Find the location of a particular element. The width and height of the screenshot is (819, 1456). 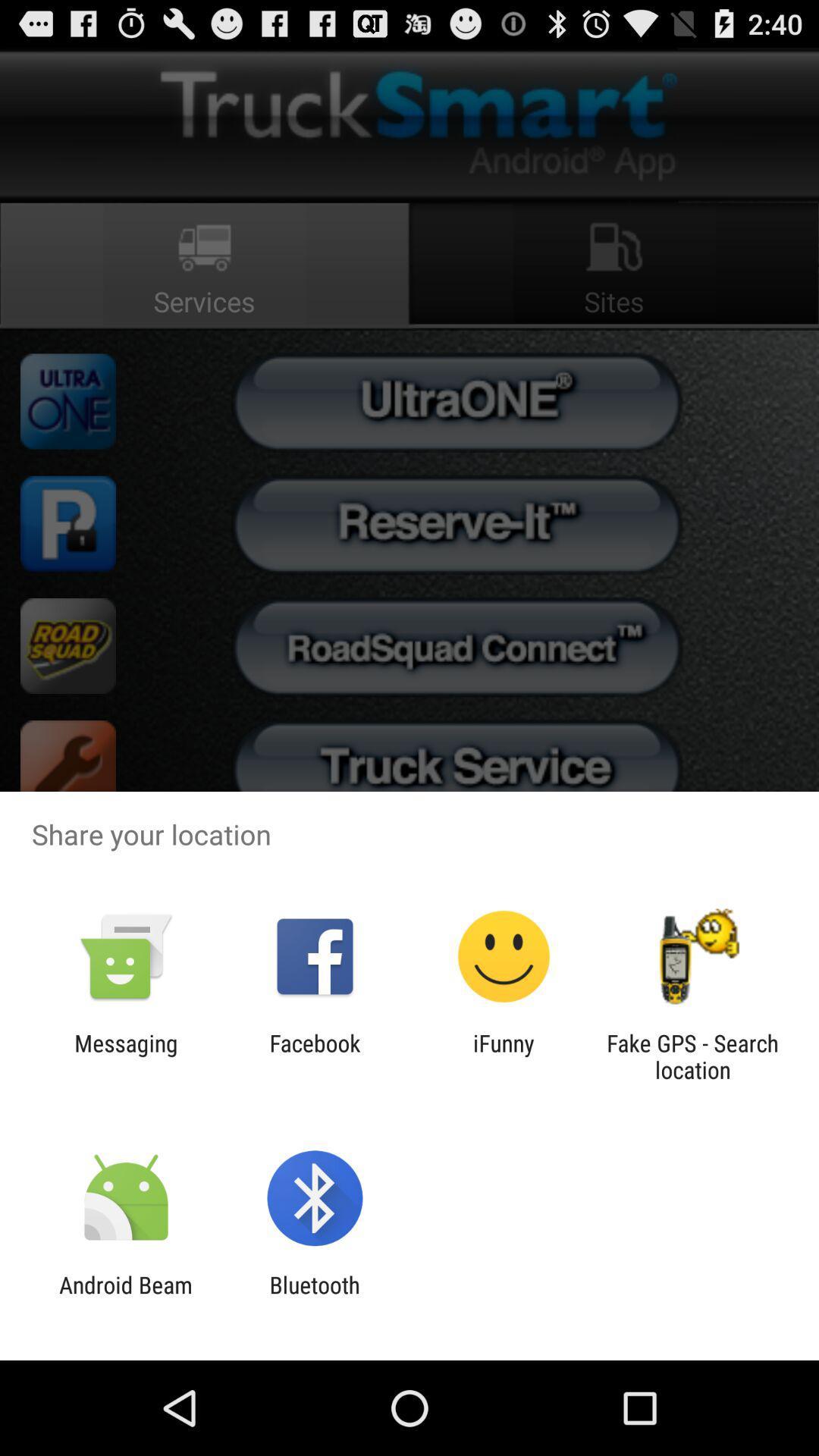

the facebook item is located at coordinates (314, 1056).